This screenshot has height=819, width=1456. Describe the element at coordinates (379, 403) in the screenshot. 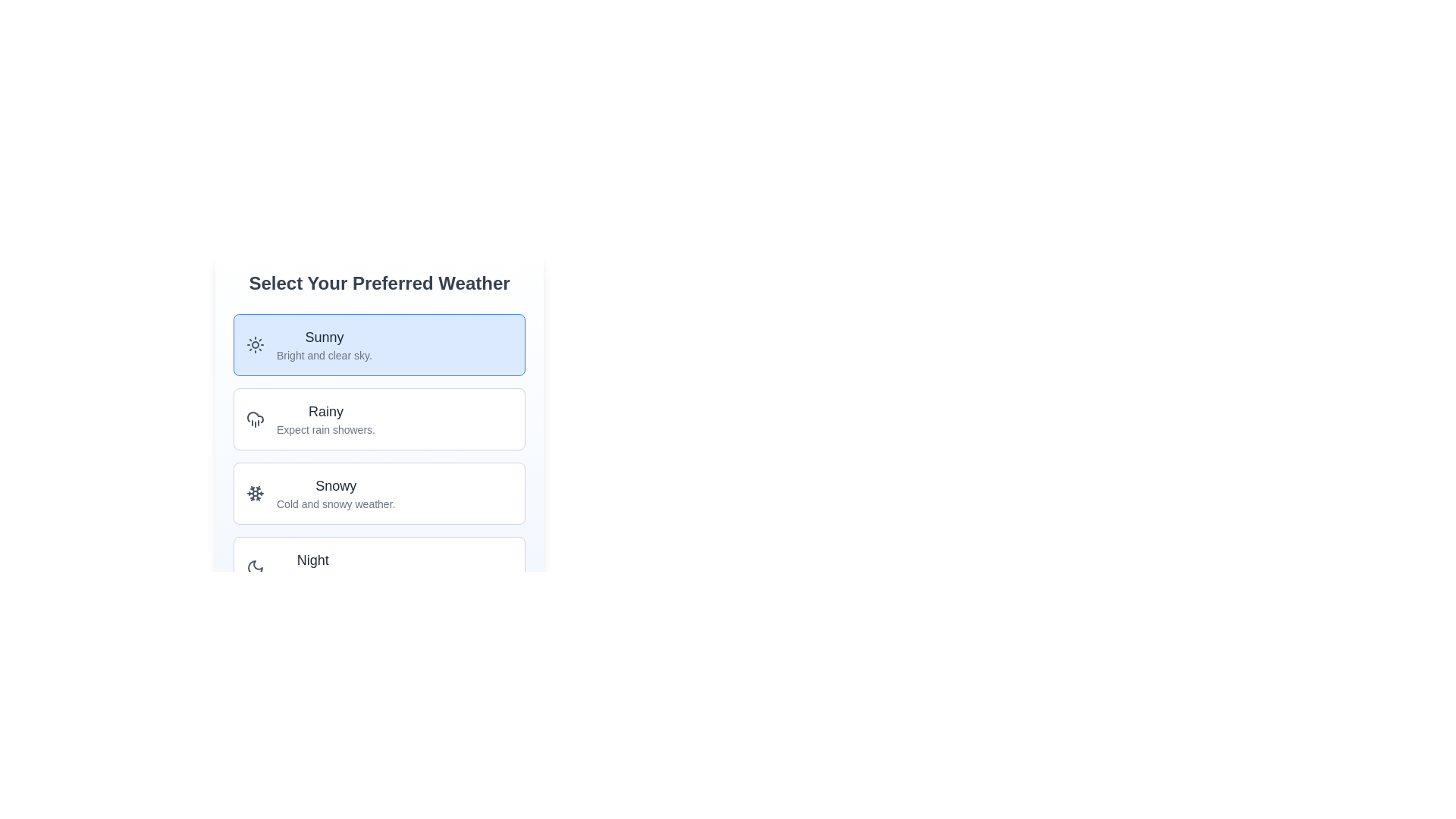

I see `the clickable list item for 'Rainy'` at that location.